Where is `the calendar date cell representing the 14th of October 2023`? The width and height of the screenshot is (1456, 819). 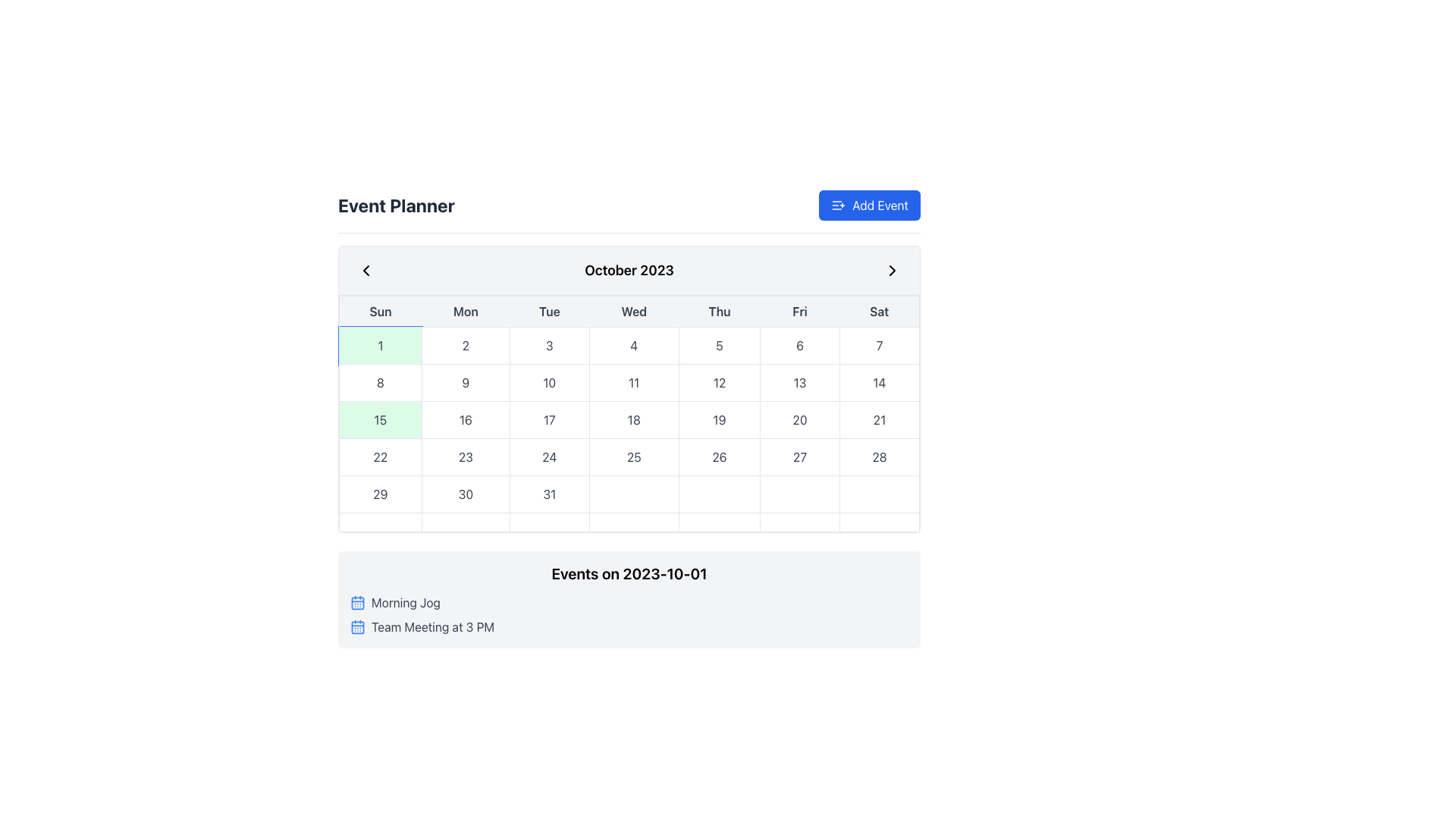
the calendar date cell representing the 14th of October 2023 is located at coordinates (879, 382).